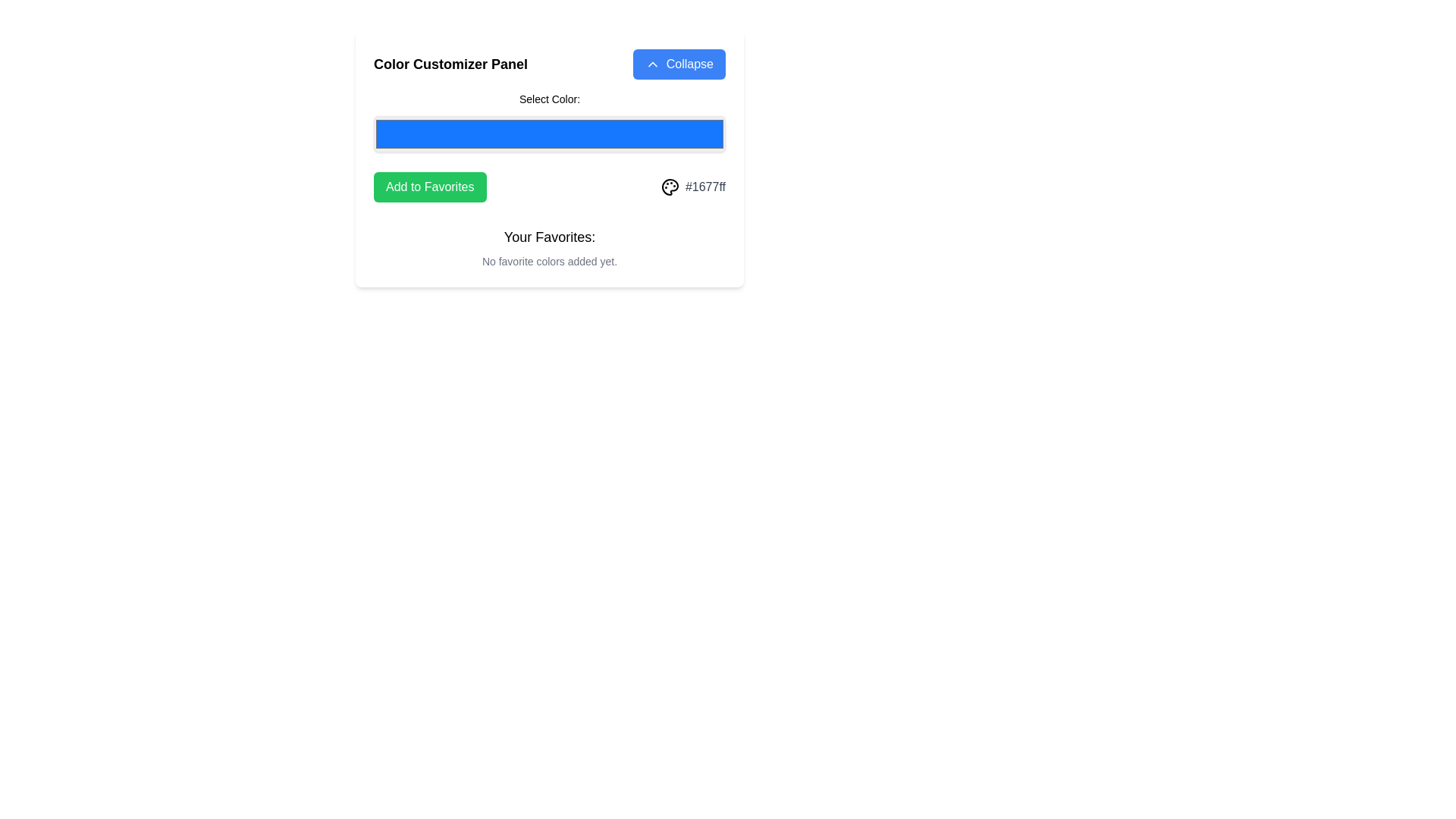 Image resolution: width=1456 pixels, height=819 pixels. Describe the element at coordinates (652, 63) in the screenshot. I see `the collapse icon located at the top-right corner of the panel interface` at that location.